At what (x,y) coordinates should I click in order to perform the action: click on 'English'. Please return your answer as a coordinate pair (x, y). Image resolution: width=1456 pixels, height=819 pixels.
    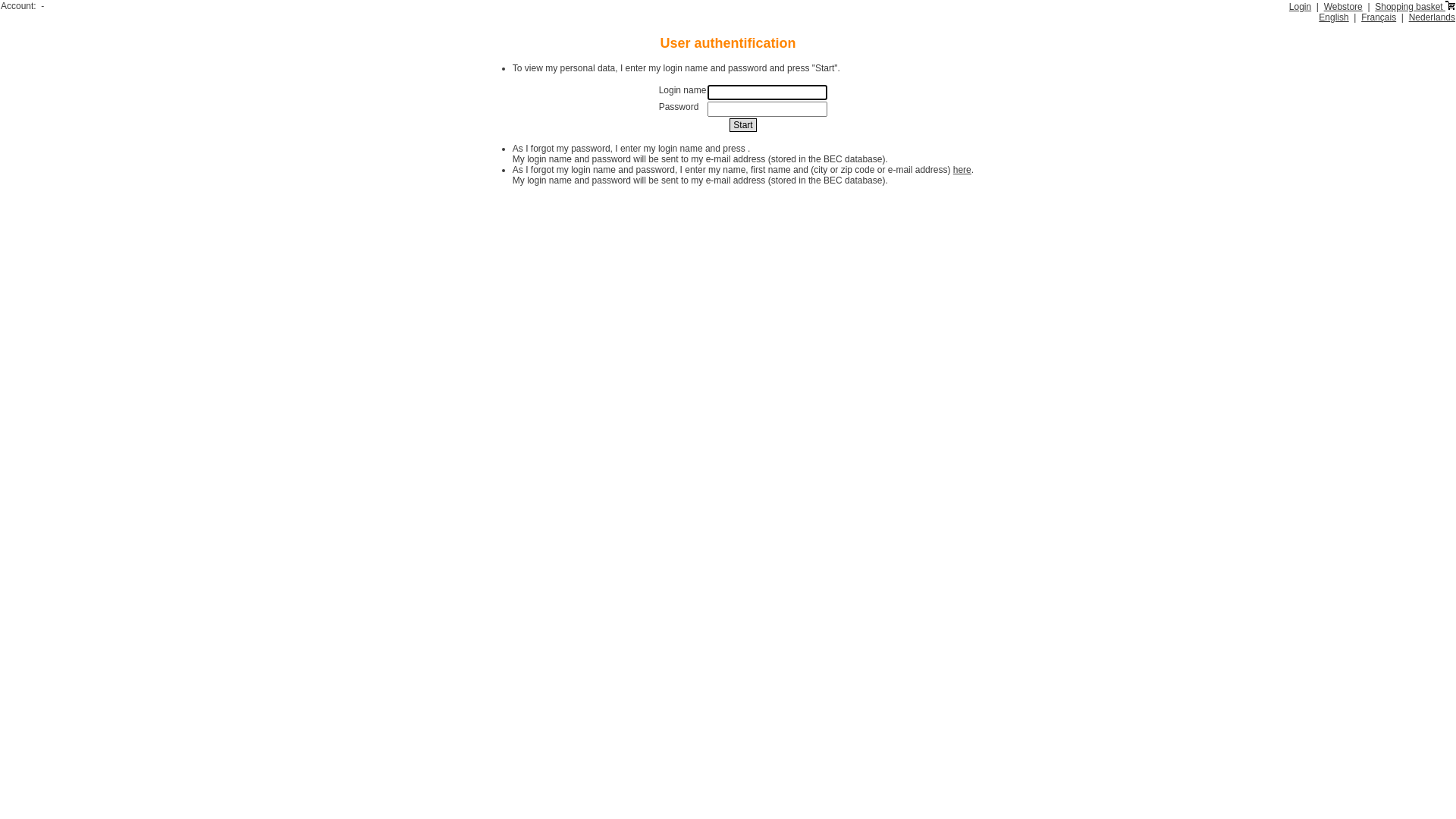
    Looking at the image, I should click on (1332, 17).